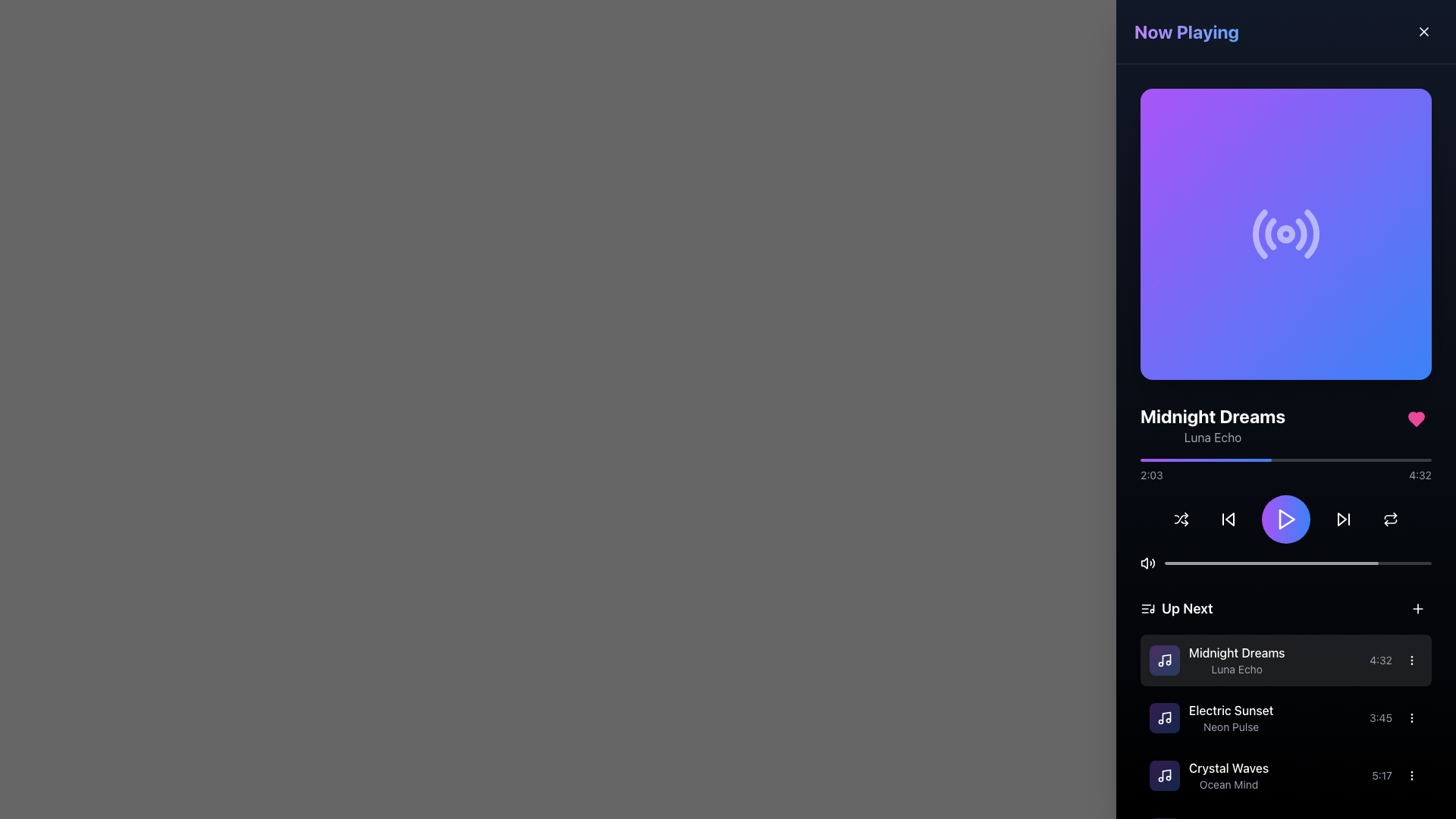 The height and width of the screenshot is (819, 1456). What do you see at coordinates (1212, 438) in the screenshot?
I see `text label containing 'Luna Echo', which is styled in gray and positioned below 'Midnight Dreams' in the 'Now Playing' section` at bounding box center [1212, 438].